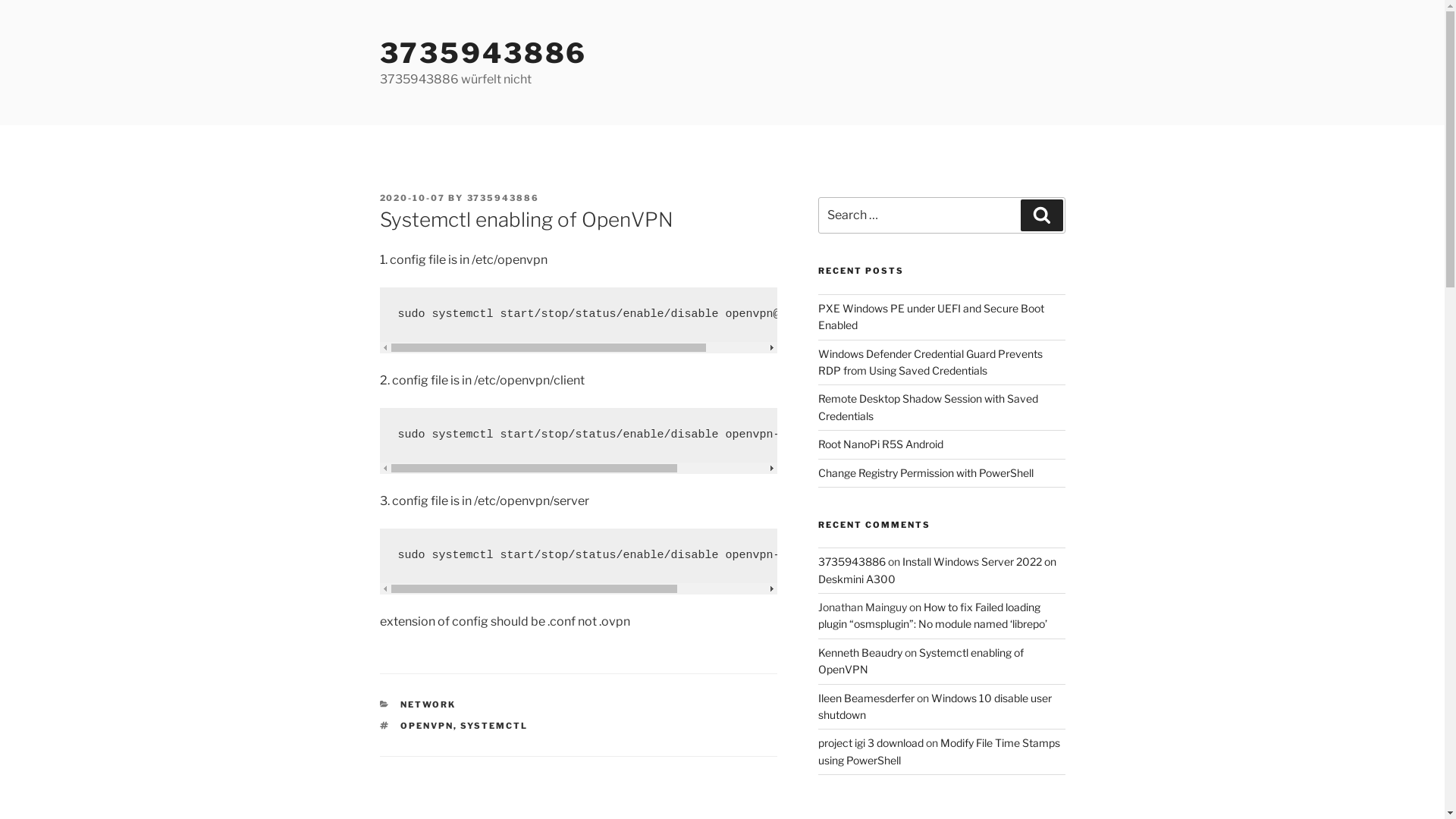  Describe the element at coordinates (466, 197) in the screenshot. I see `'3735943886'` at that location.